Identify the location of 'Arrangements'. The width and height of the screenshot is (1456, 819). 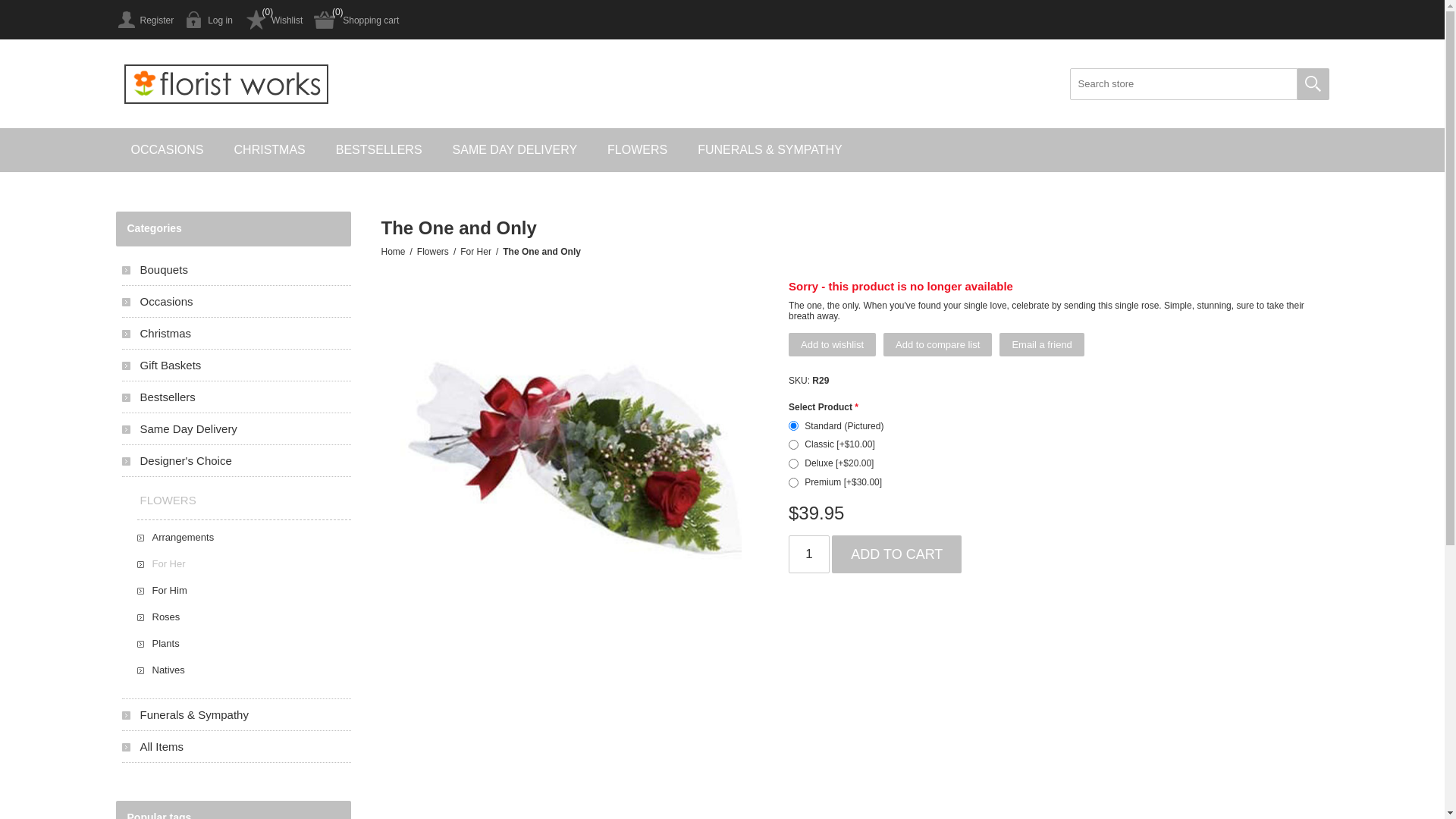
(243, 536).